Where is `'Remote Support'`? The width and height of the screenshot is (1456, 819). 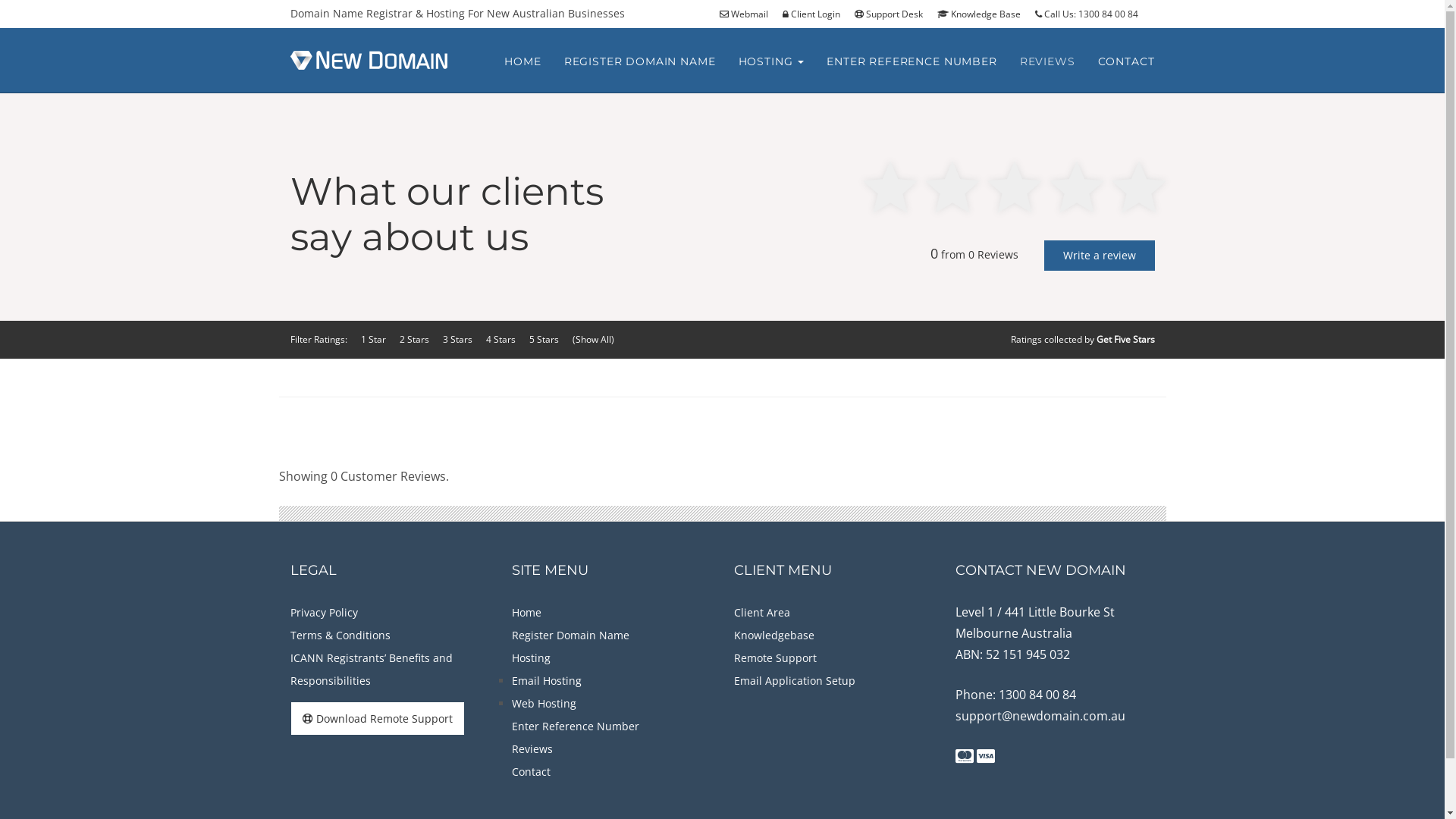 'Remote Support' is located at coordinates (775, 657).